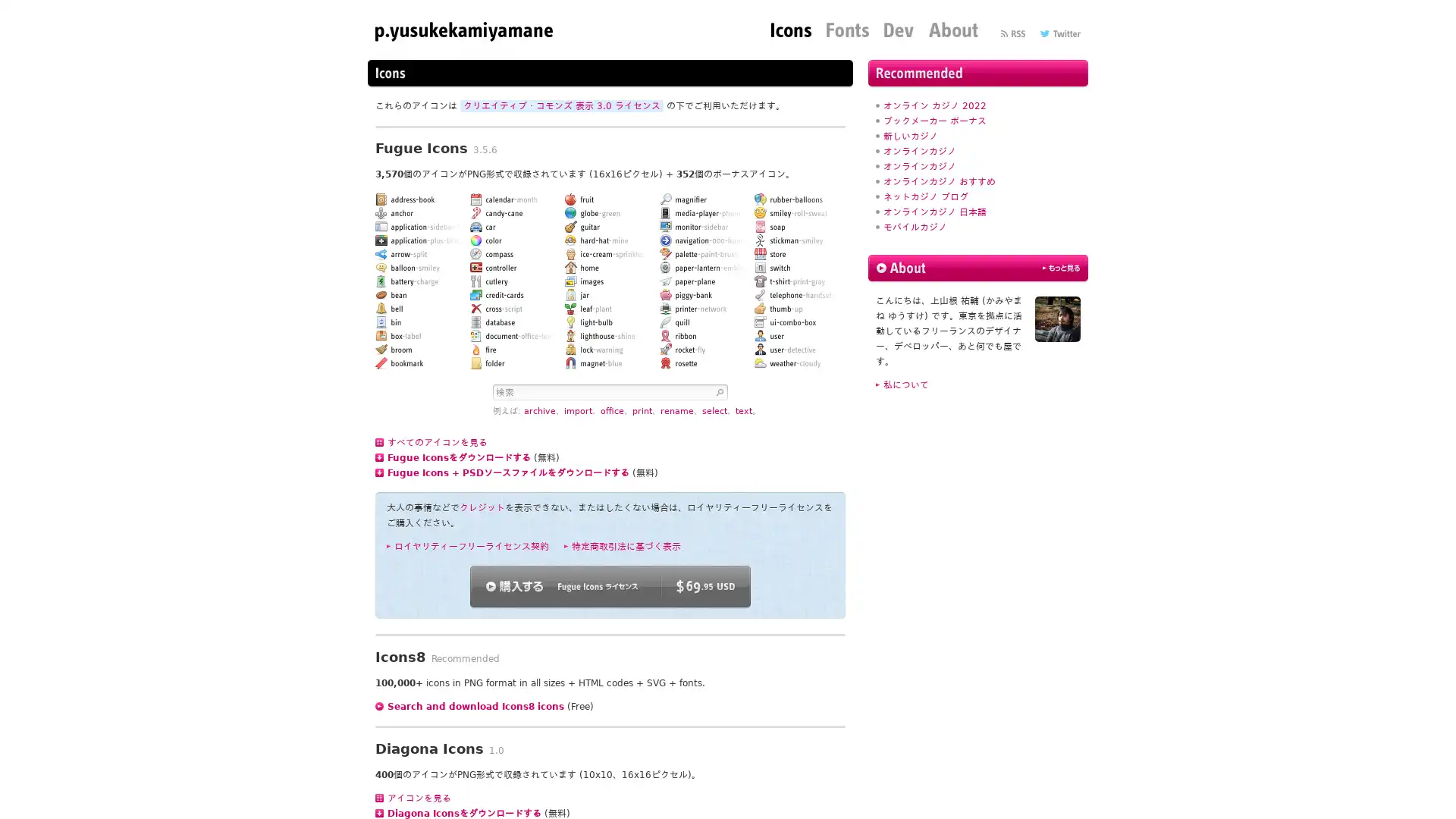  I want to click on Fugue Icons ($69.95 USD), so click(610, 585).